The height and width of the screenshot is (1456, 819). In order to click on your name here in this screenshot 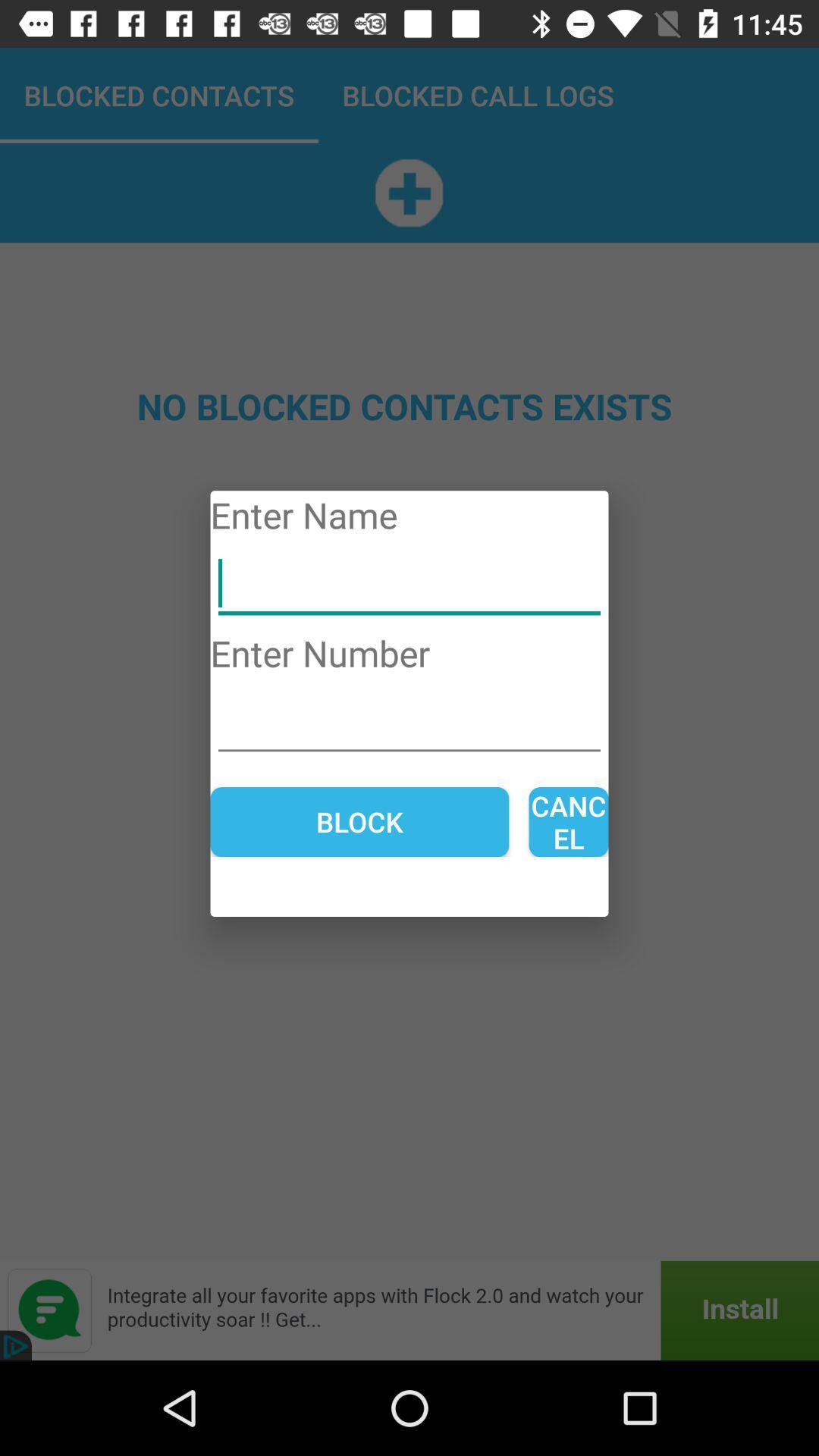, I will do `click(409, 583)`.